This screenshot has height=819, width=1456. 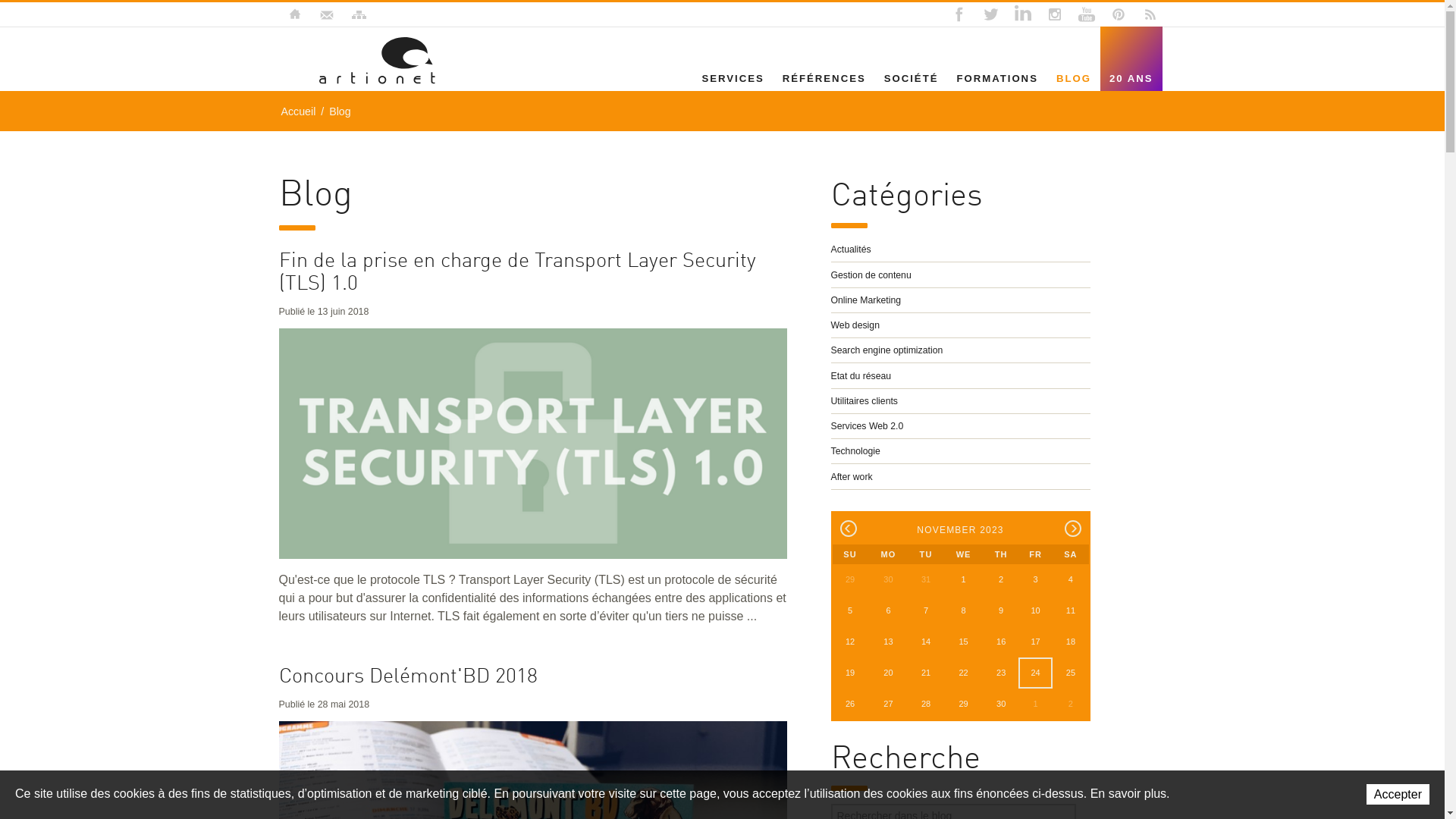 What do you see at coordinates (338, 110) in the screenshot?
I see `'Blog'` at bounding box center [338, 110].